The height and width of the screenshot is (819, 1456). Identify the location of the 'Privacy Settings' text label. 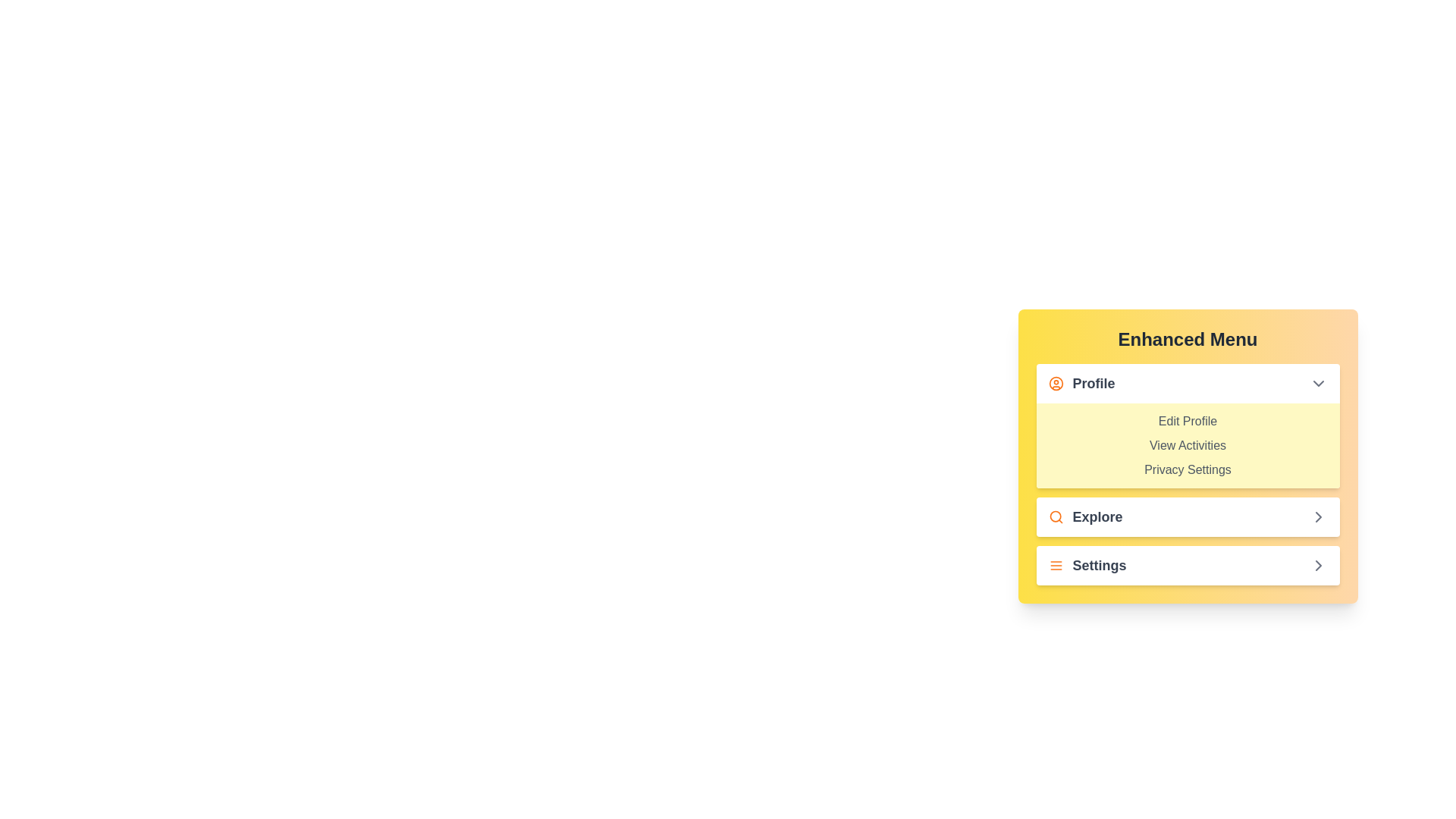
(1187, 469).